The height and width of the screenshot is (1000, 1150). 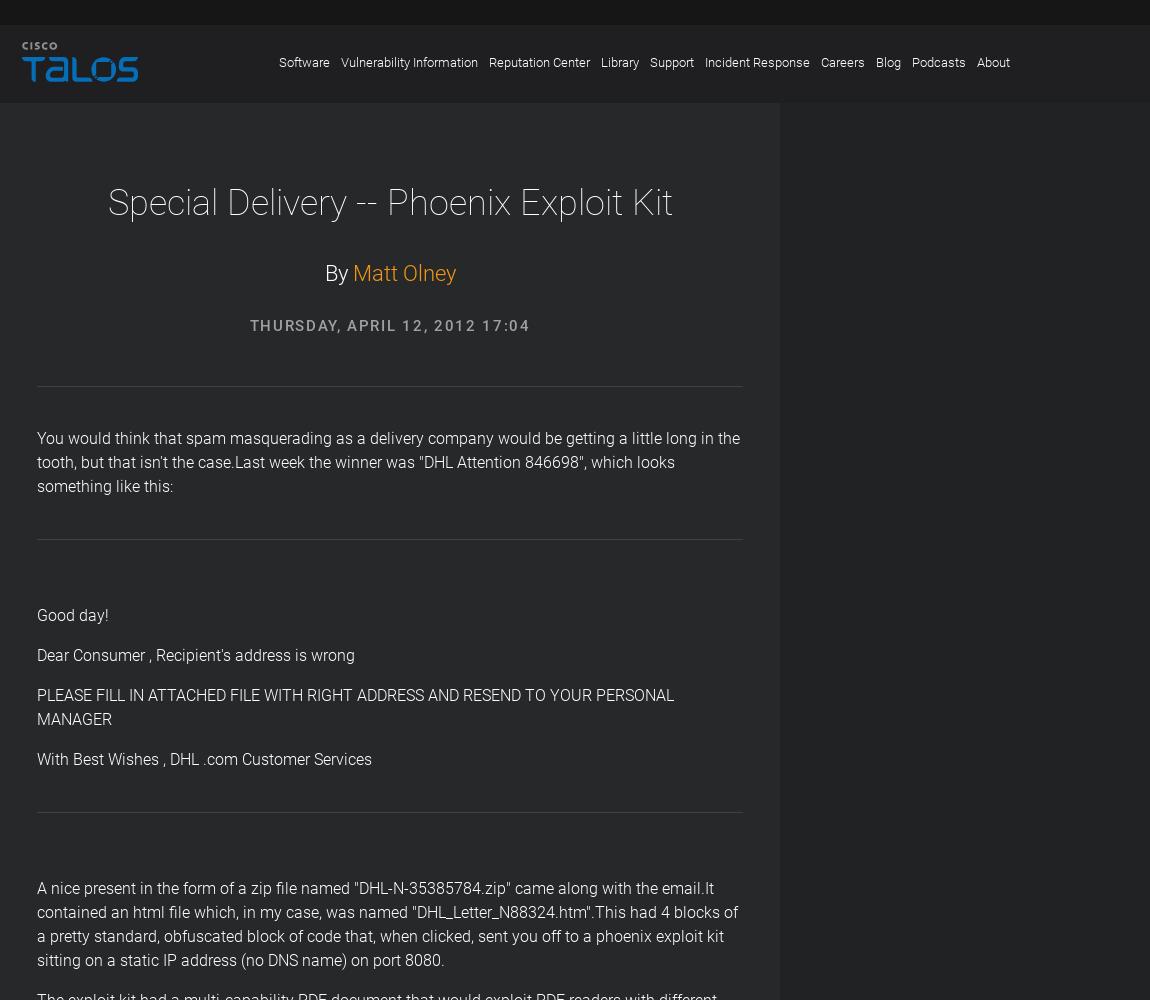 What do you see at coordinates (194, 655) in the screenshot?
I see `'Dear Consumer , Recipient's address is wrong'` at bounding box center [194, 655].